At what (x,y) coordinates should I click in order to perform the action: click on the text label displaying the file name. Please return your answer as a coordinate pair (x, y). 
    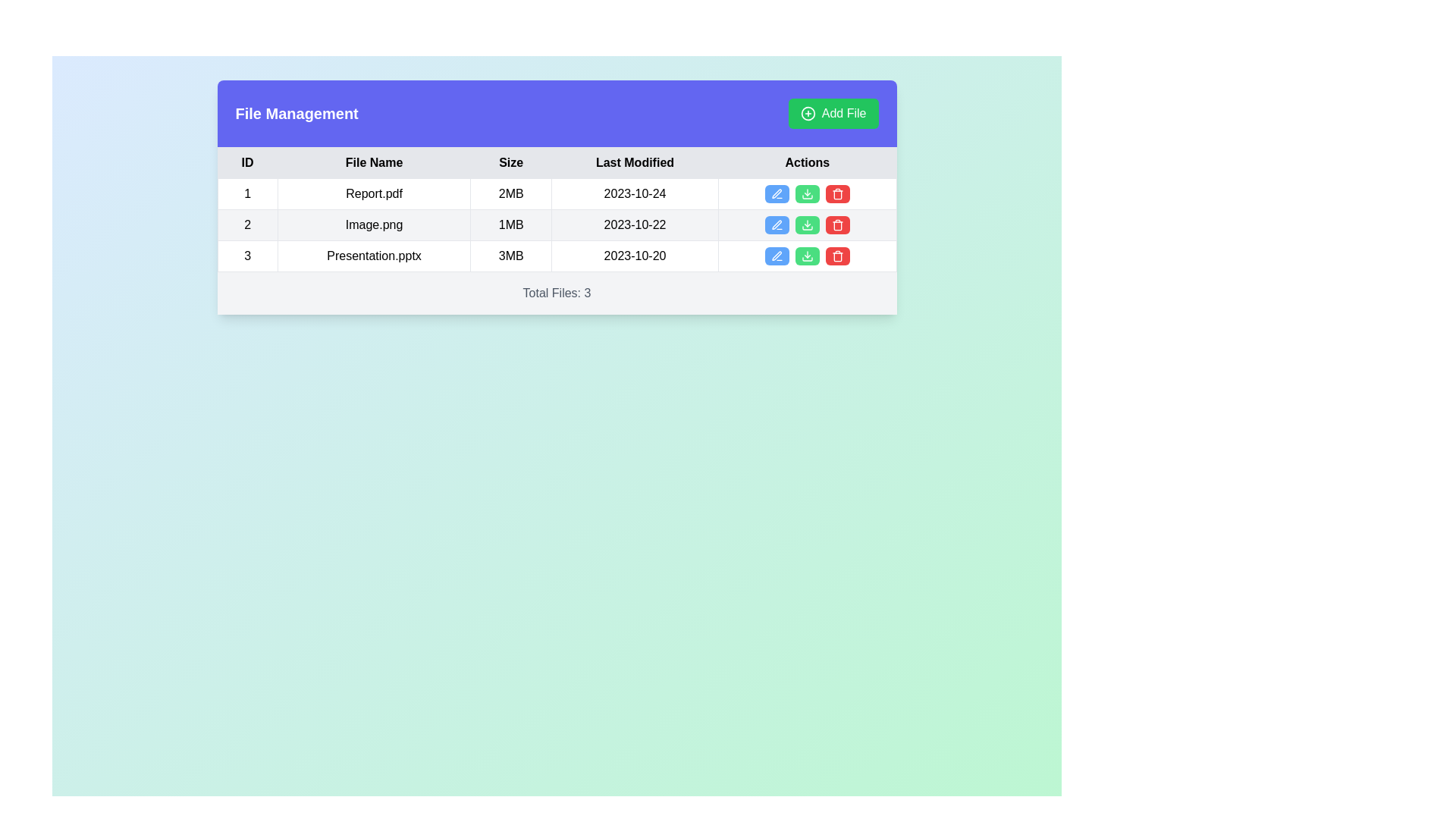
    Looking at the image, I should click on (374, 256).